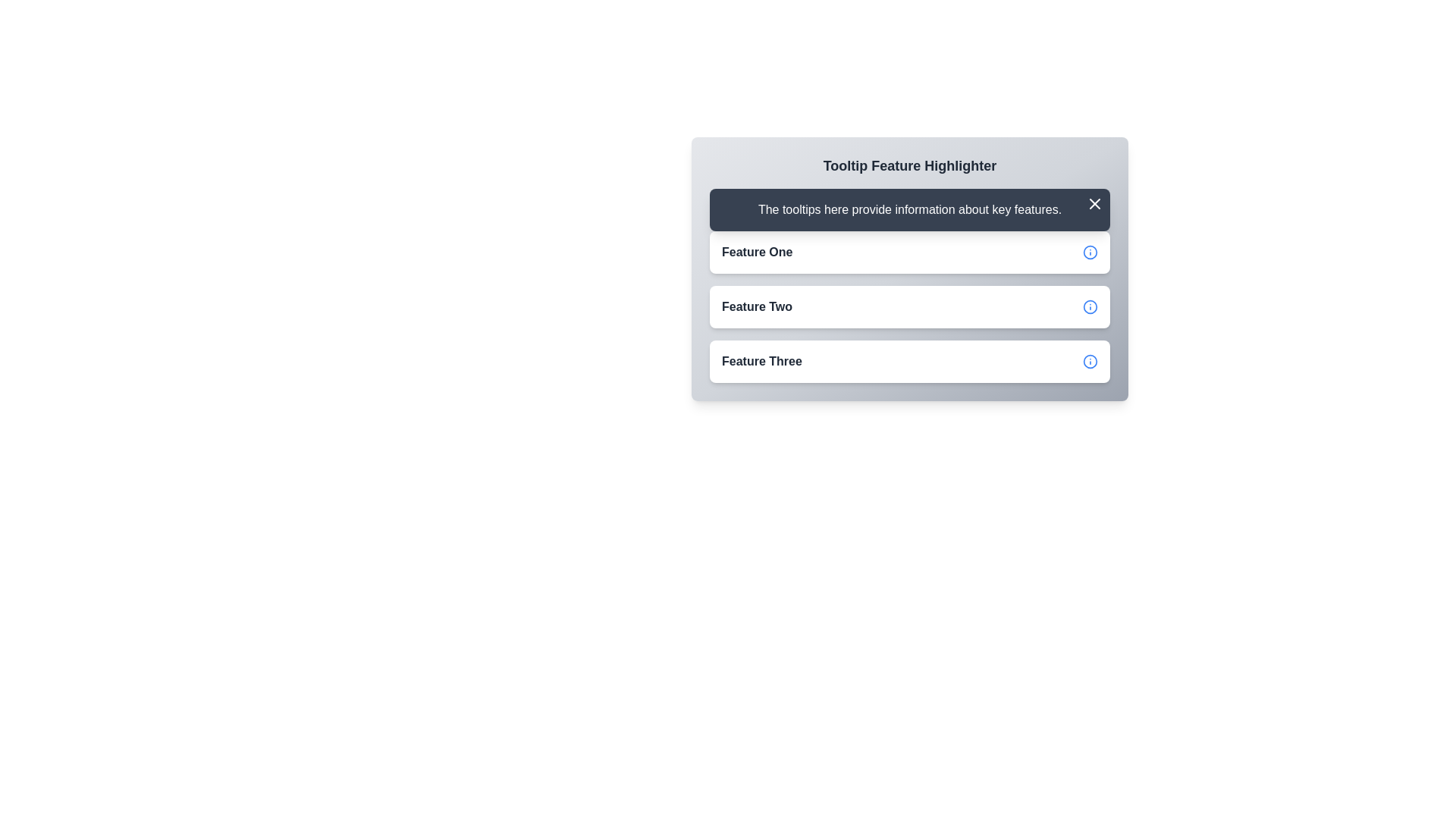 This screenshot has width=1456, height=819. Describe the element at coordinates (761, 362) in the screenshot. I see `the bold text label displaying 'Feature Three' in dark gray color` at that location.